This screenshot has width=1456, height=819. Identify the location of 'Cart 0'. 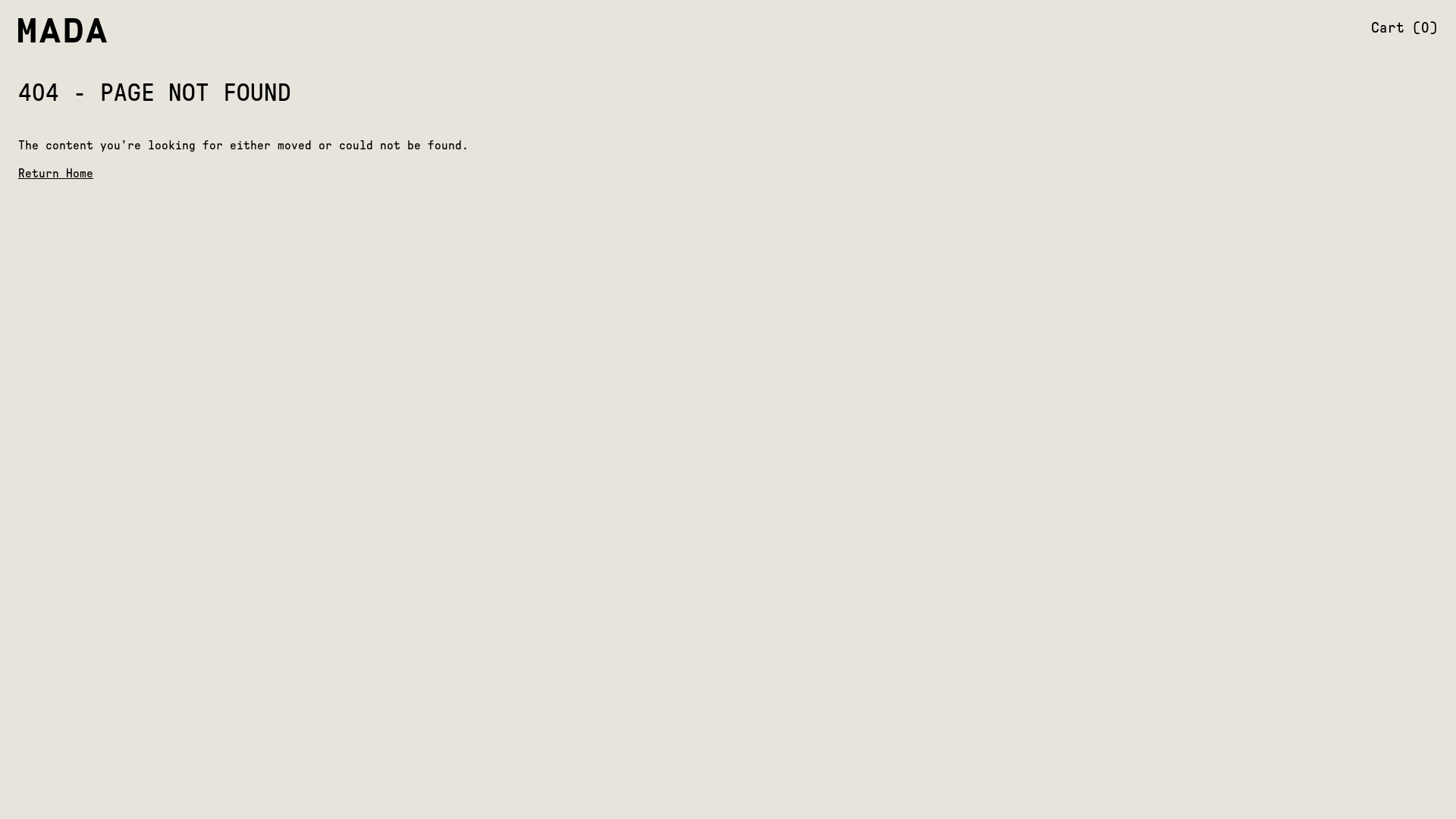
(1371, 27).